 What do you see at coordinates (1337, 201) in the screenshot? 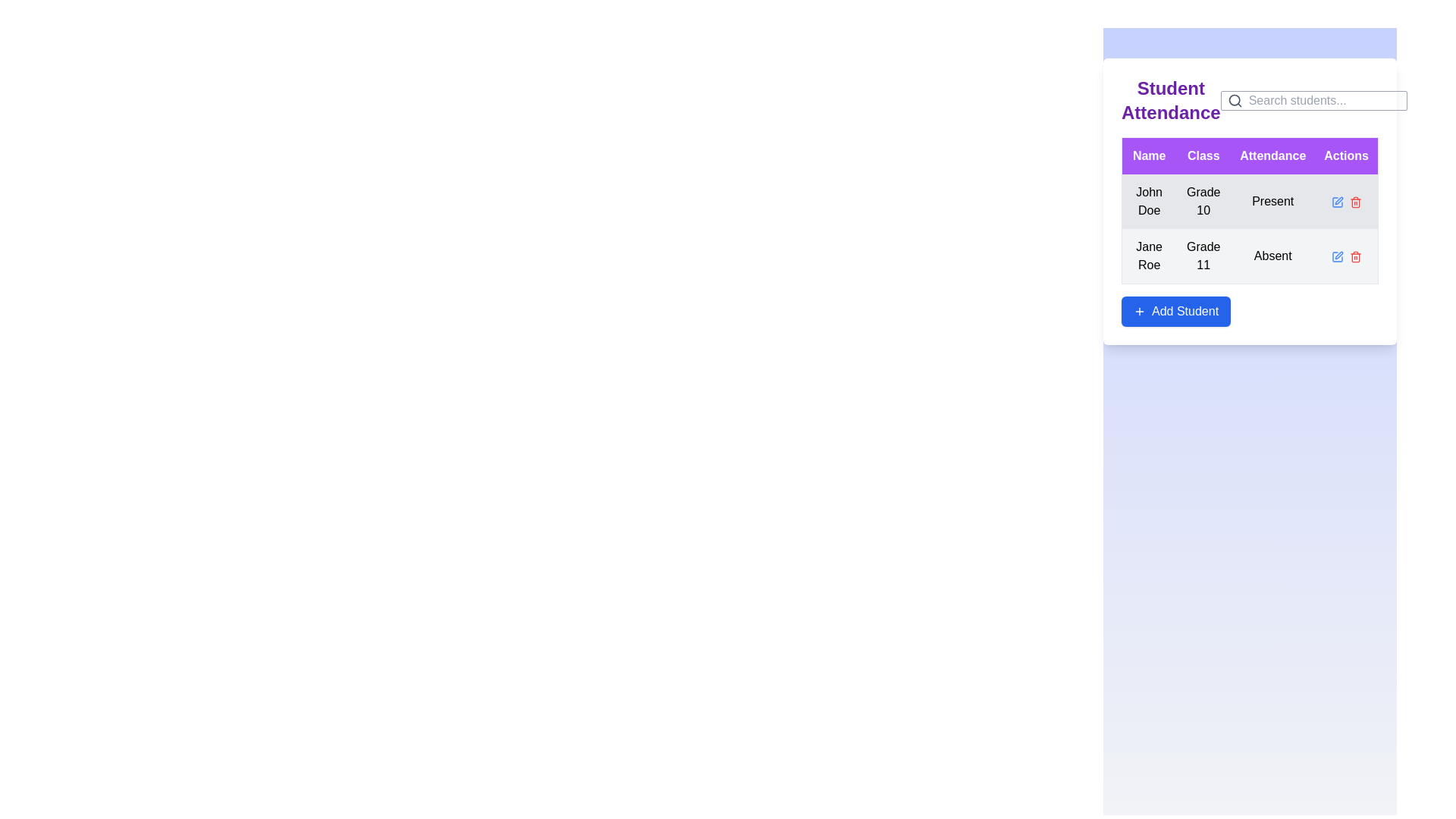
I see `the small blue pencil icon button located in the 'Actions' column of the table for the first row, next to 'John Doe'` at bounding box center [1337, 201].